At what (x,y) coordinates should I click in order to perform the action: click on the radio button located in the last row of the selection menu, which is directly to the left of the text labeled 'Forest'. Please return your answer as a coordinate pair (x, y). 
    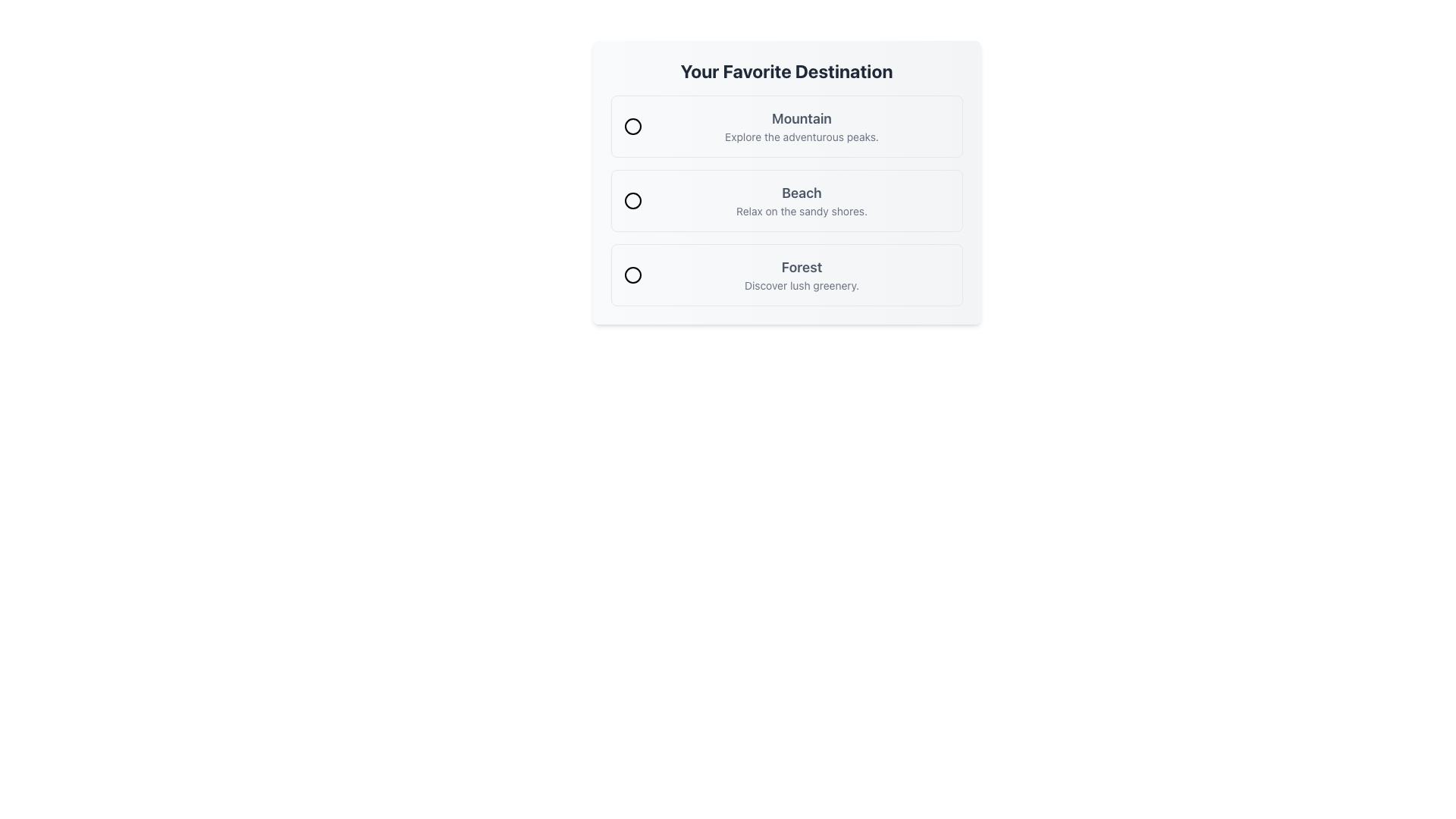
    Looking at the image, I should click on (632, 275).